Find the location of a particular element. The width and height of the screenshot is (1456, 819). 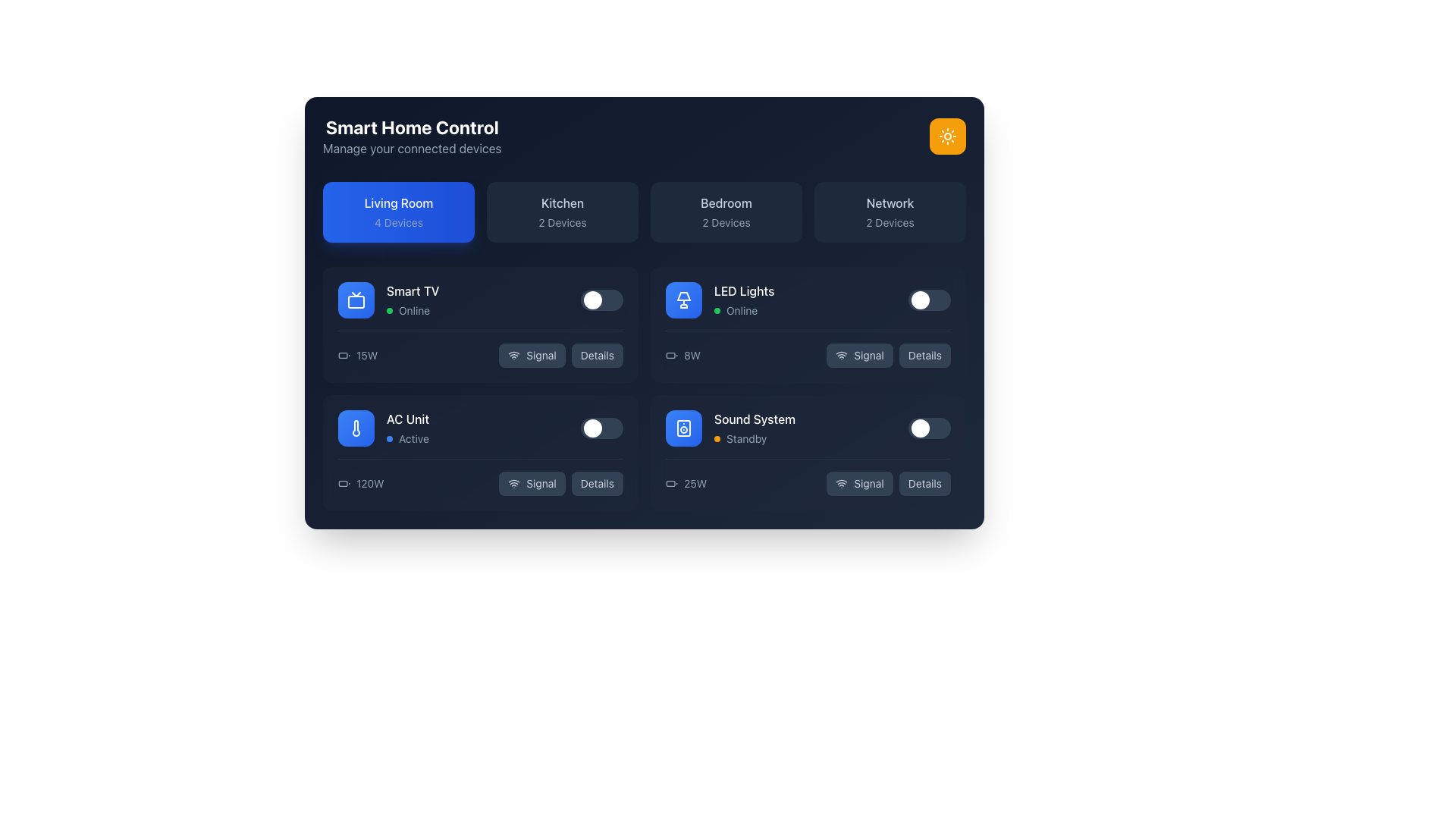

the appearance of the television icon located in the upper left corner of the 'Smart TV' section under the 'Living Room' category is located at coordinates (356, 300).